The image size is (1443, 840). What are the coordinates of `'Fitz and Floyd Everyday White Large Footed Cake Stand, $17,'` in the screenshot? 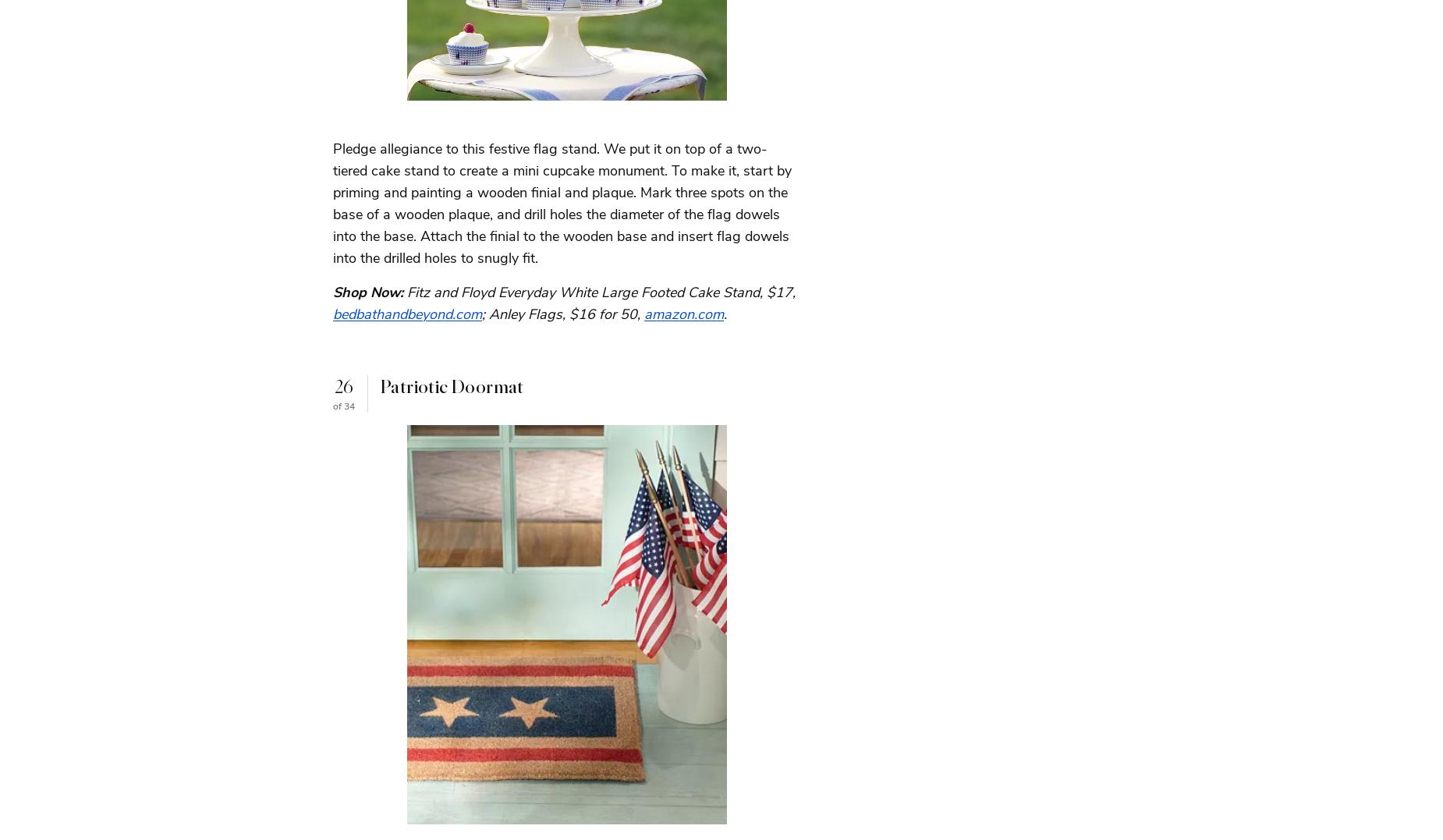 It's located at (601, 292).